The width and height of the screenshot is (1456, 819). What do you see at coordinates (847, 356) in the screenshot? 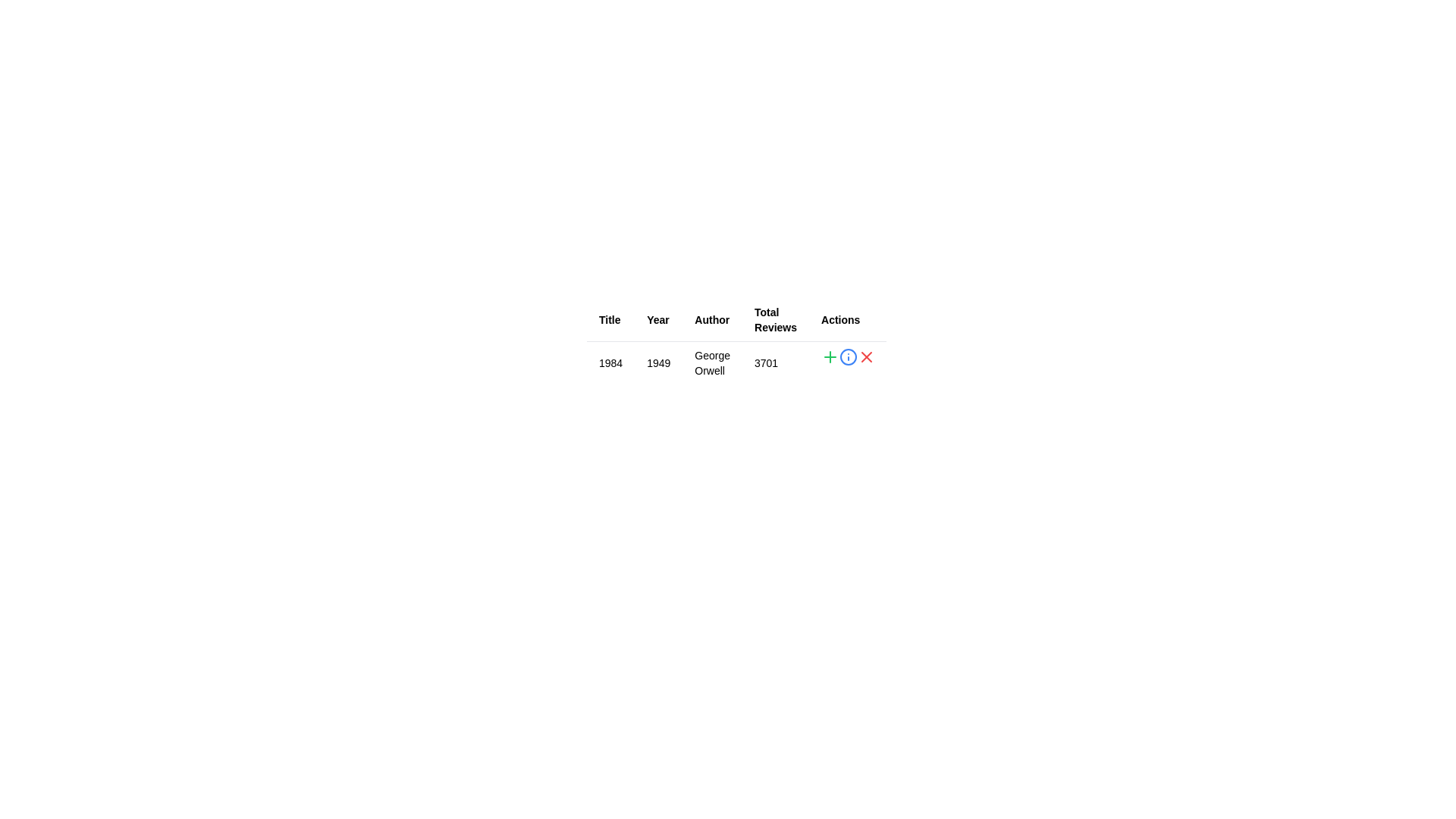
I see `the circular outline of the information icon in the Actions column of the table row, which is styled with a thin blue stroke and has no fill` at bounding box center [847, 356].